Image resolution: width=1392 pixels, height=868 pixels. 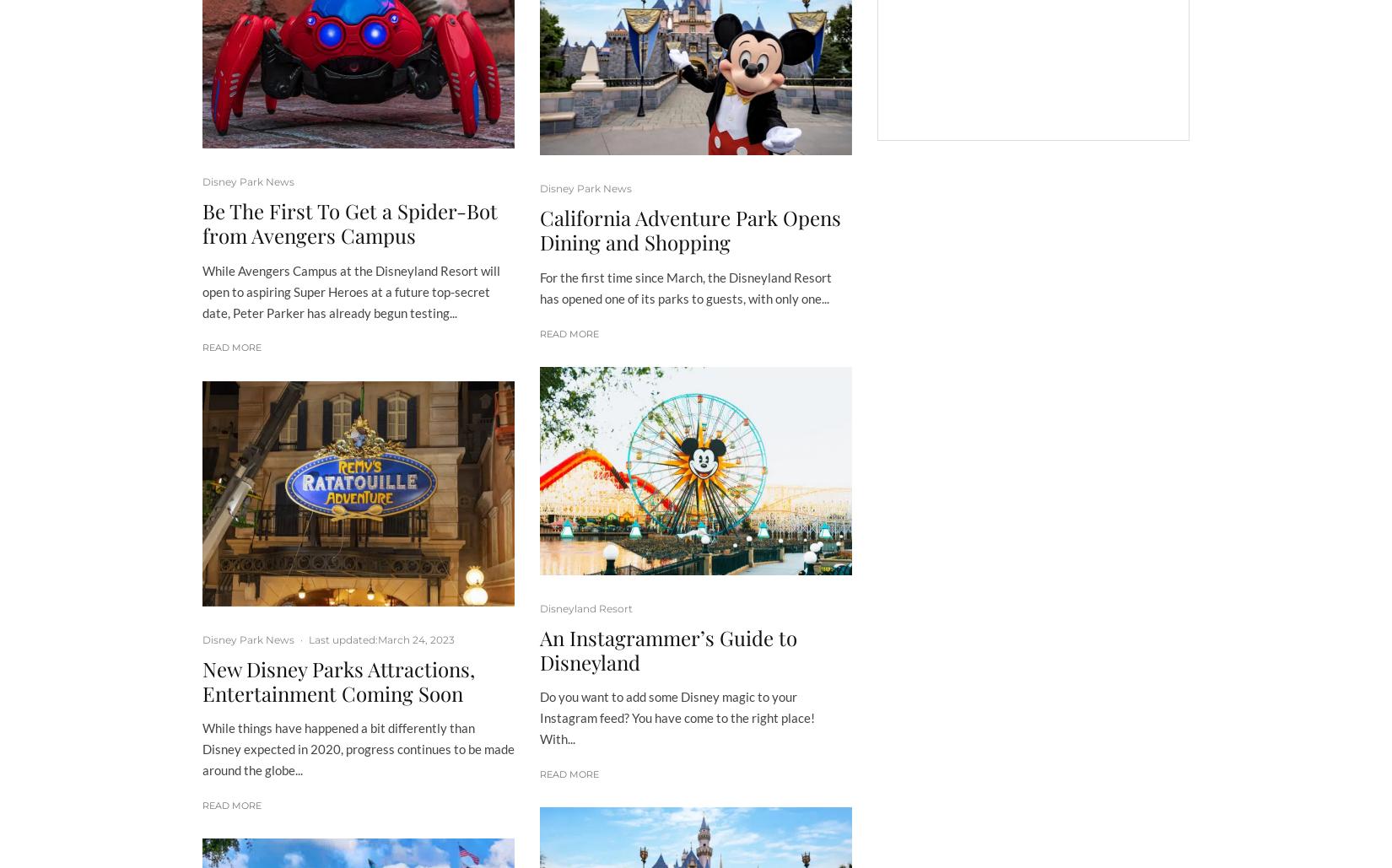 I want to click on 'An Instagrammer’s Guide to Disneyland', so click(x=667, y=649).